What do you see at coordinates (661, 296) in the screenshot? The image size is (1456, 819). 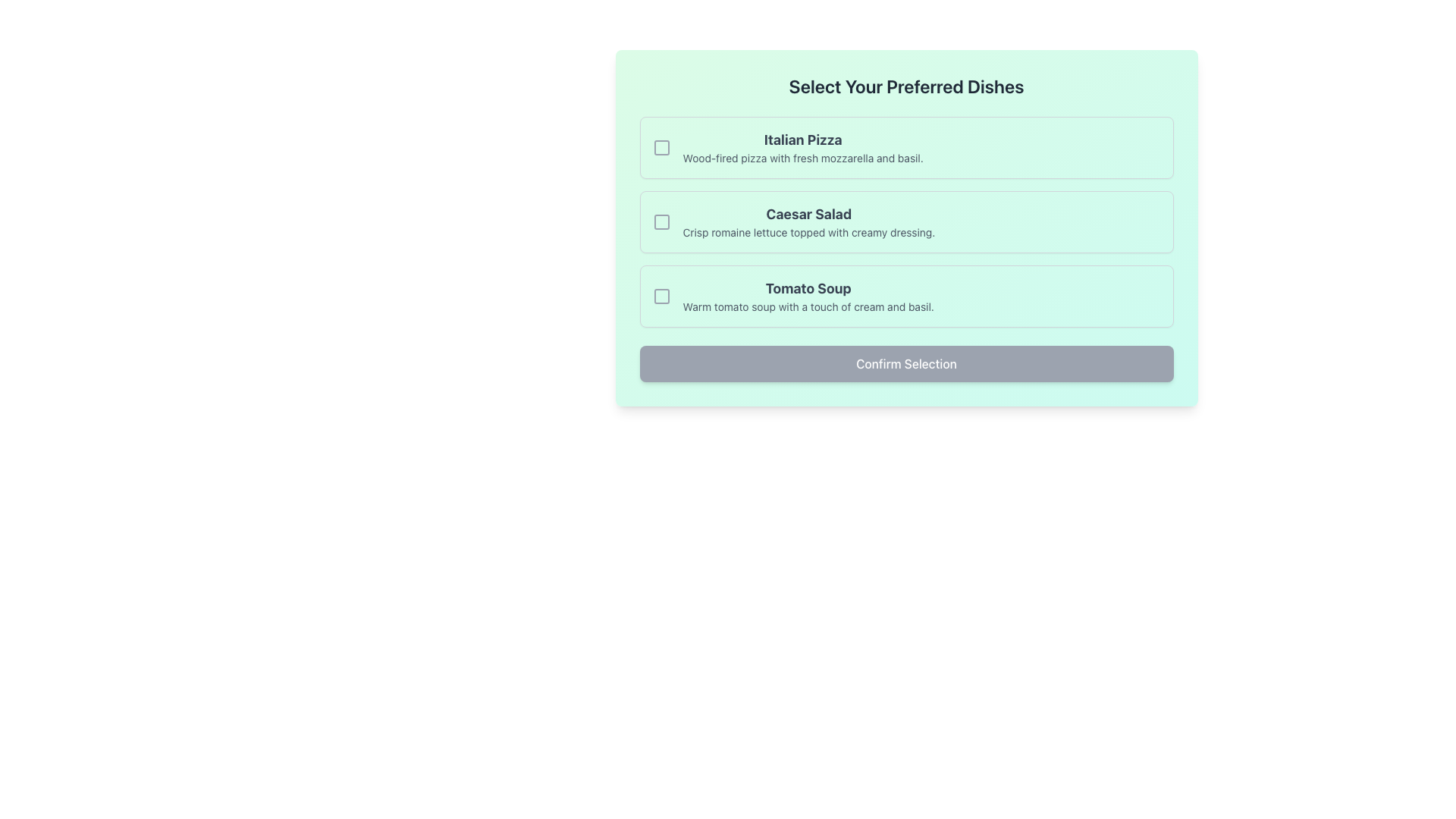 I see `the checkbox` at bounding box center [661, 296].